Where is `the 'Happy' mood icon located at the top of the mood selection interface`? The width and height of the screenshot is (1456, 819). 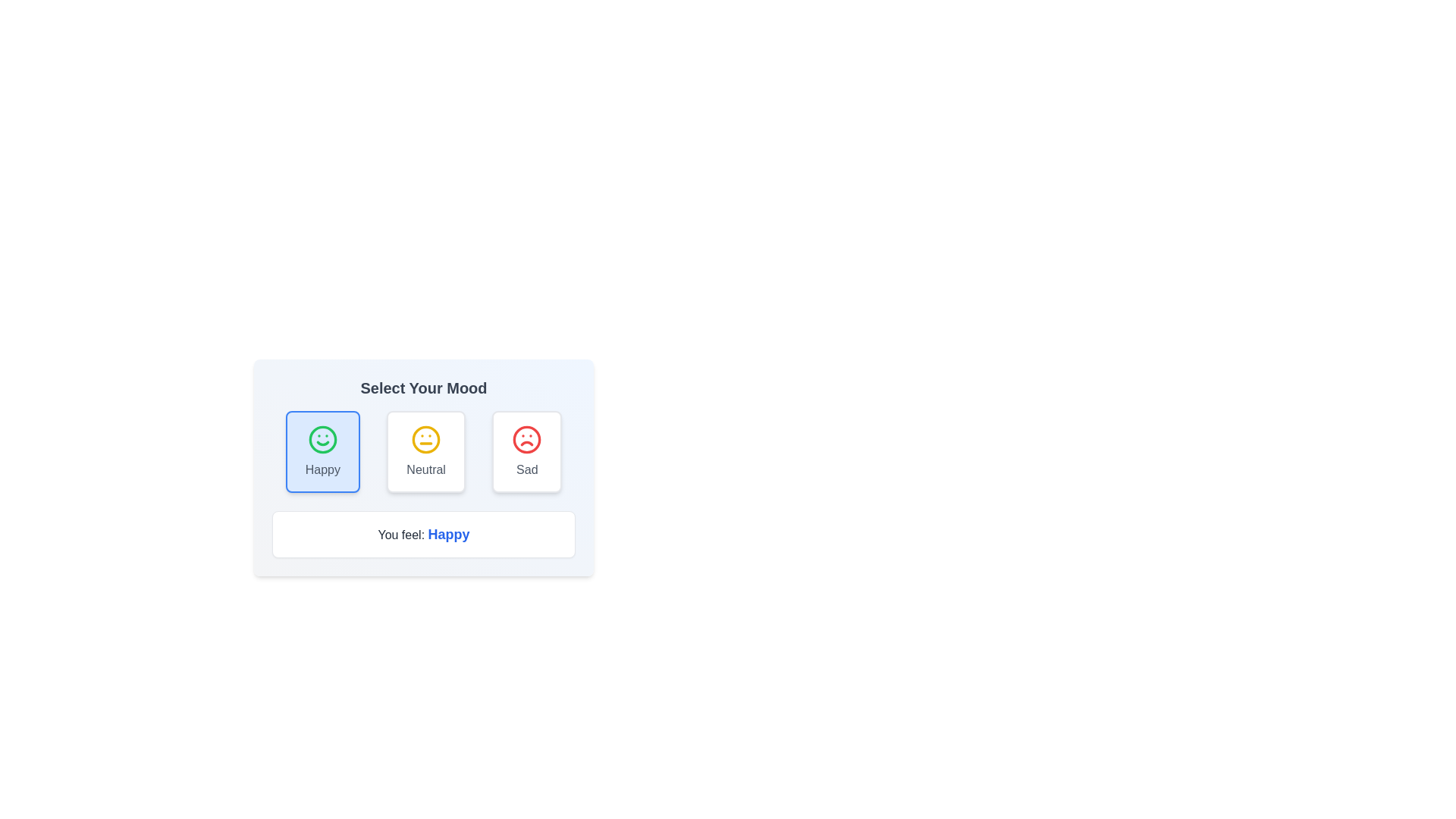 the 'Happy' mood icon located at the top of the mood selection interface is located at coordinates (322, 439).